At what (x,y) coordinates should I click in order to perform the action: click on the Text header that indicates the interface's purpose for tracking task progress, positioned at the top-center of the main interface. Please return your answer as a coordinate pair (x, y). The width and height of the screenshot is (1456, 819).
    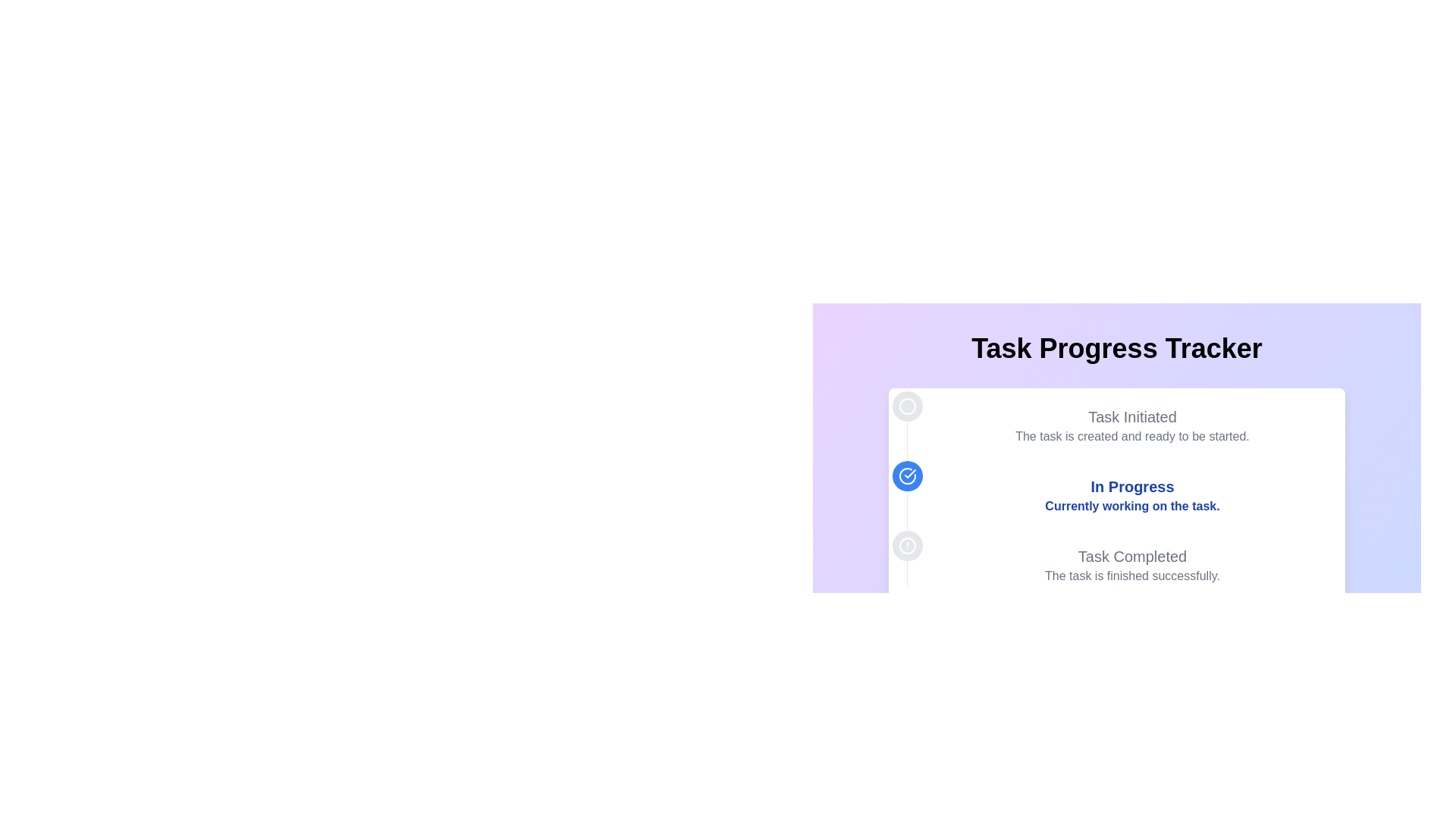
    Looking at the image, I should click on (1117, 348).